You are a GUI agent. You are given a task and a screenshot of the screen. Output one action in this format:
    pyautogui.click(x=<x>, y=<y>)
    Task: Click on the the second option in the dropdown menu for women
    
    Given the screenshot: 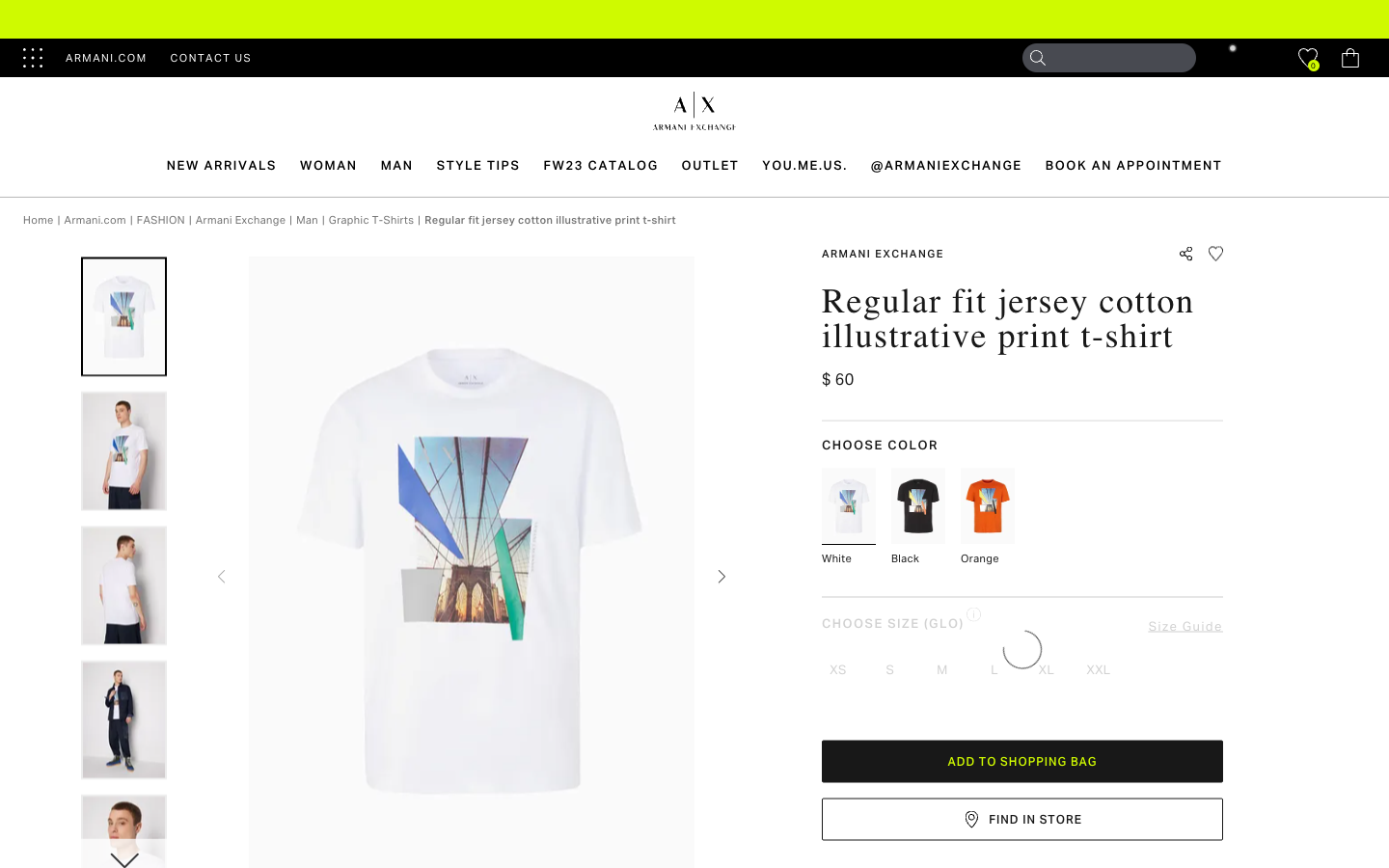 What is the action you would take?
    pyautogui.click(x=473649, y=148862)
    